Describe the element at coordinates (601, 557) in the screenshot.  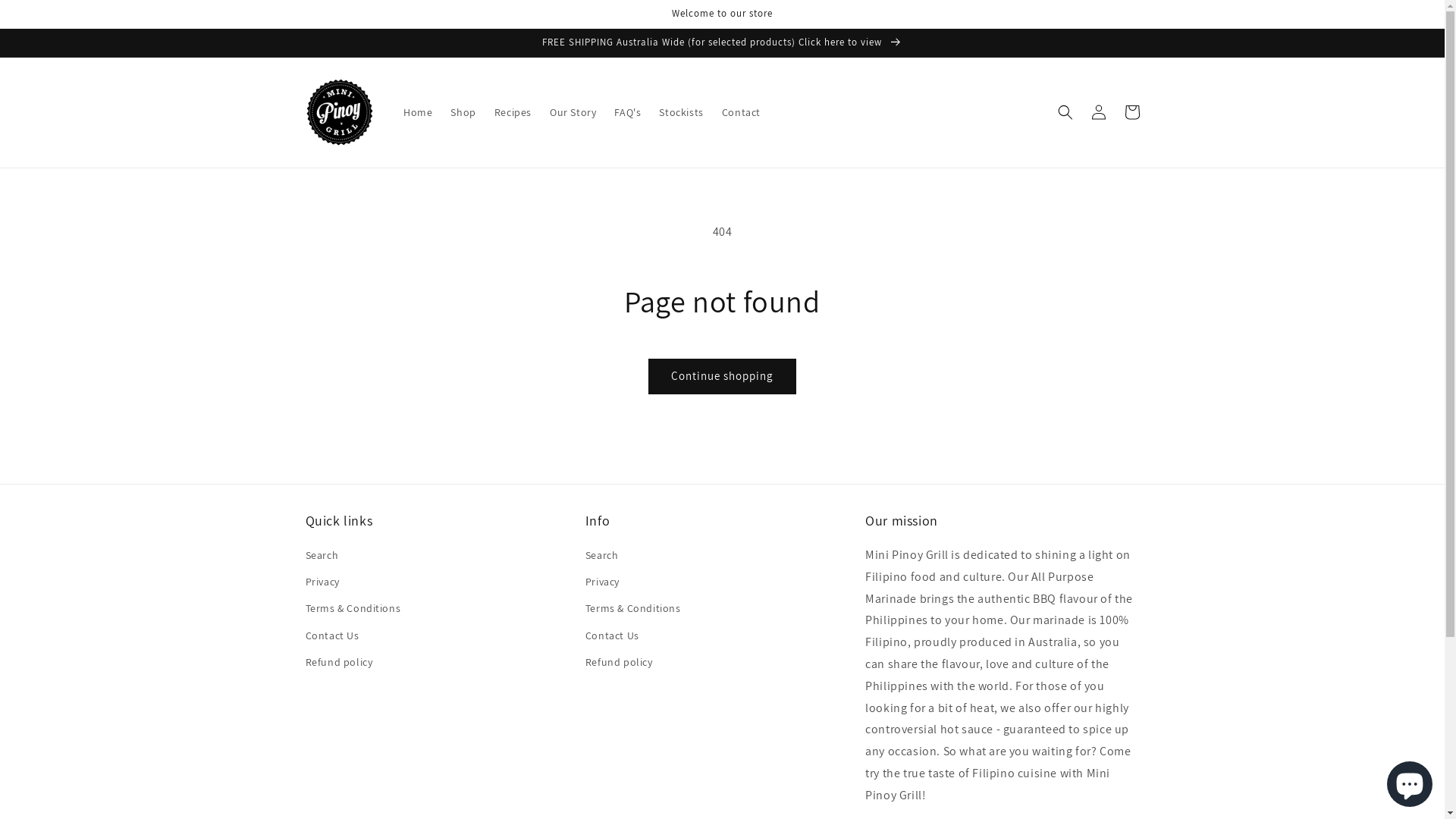
I see `'Search'` at that location.